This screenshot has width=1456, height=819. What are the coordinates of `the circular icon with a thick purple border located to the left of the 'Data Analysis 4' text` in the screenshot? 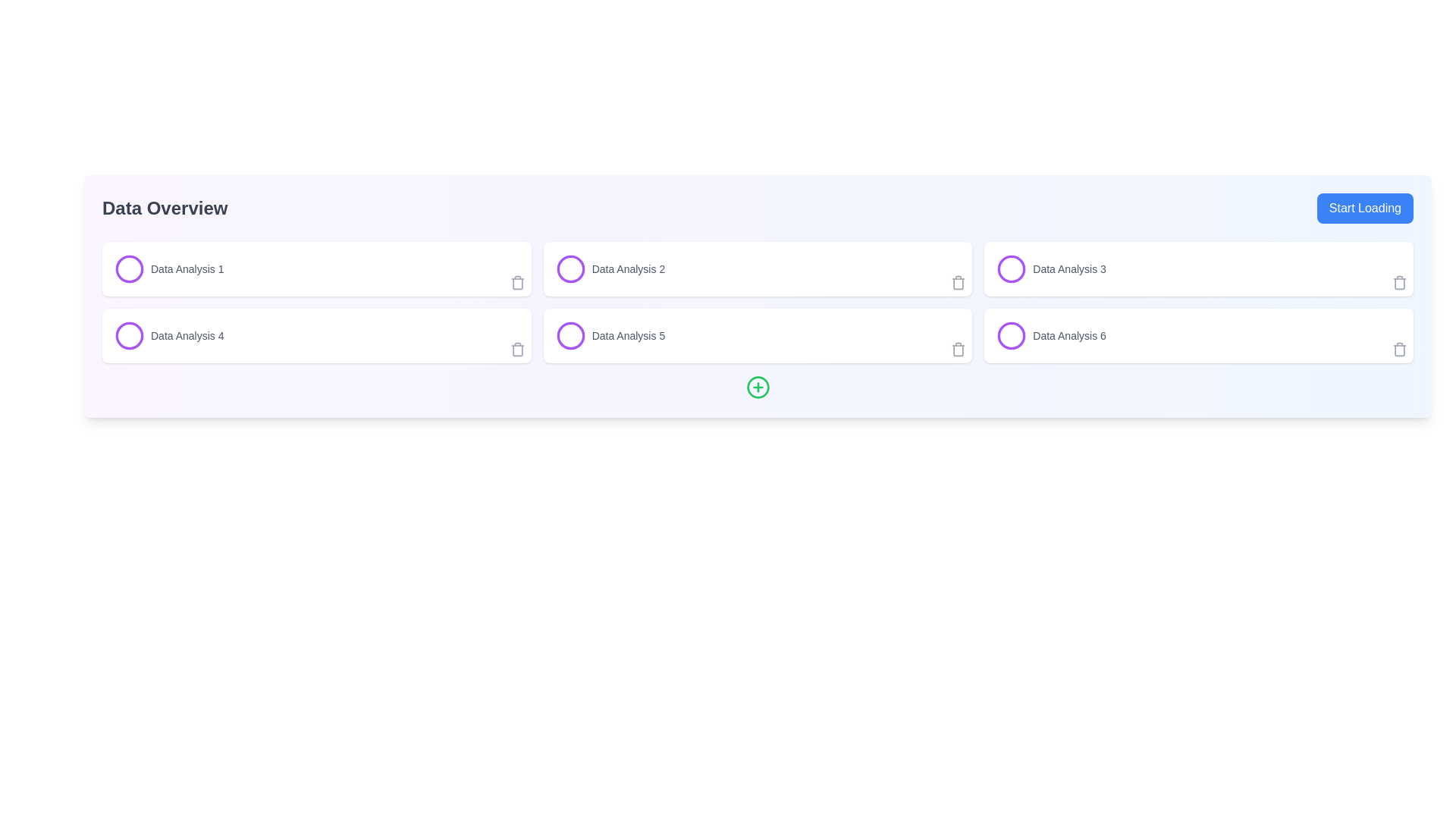 It's located at (130, 335).